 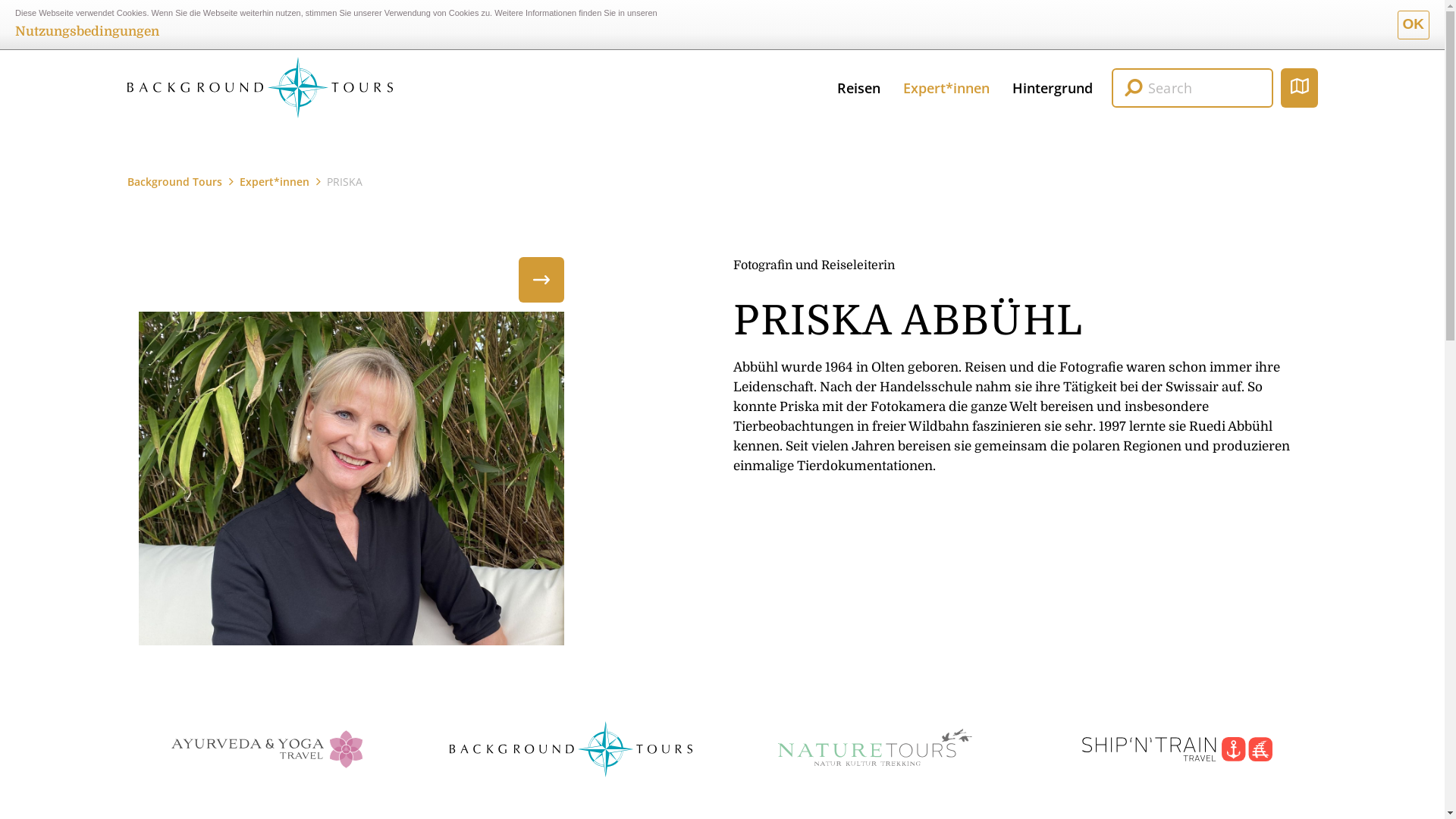 I want to click on 'Ship'N'Train Logo', so click(x=1175, y=748).